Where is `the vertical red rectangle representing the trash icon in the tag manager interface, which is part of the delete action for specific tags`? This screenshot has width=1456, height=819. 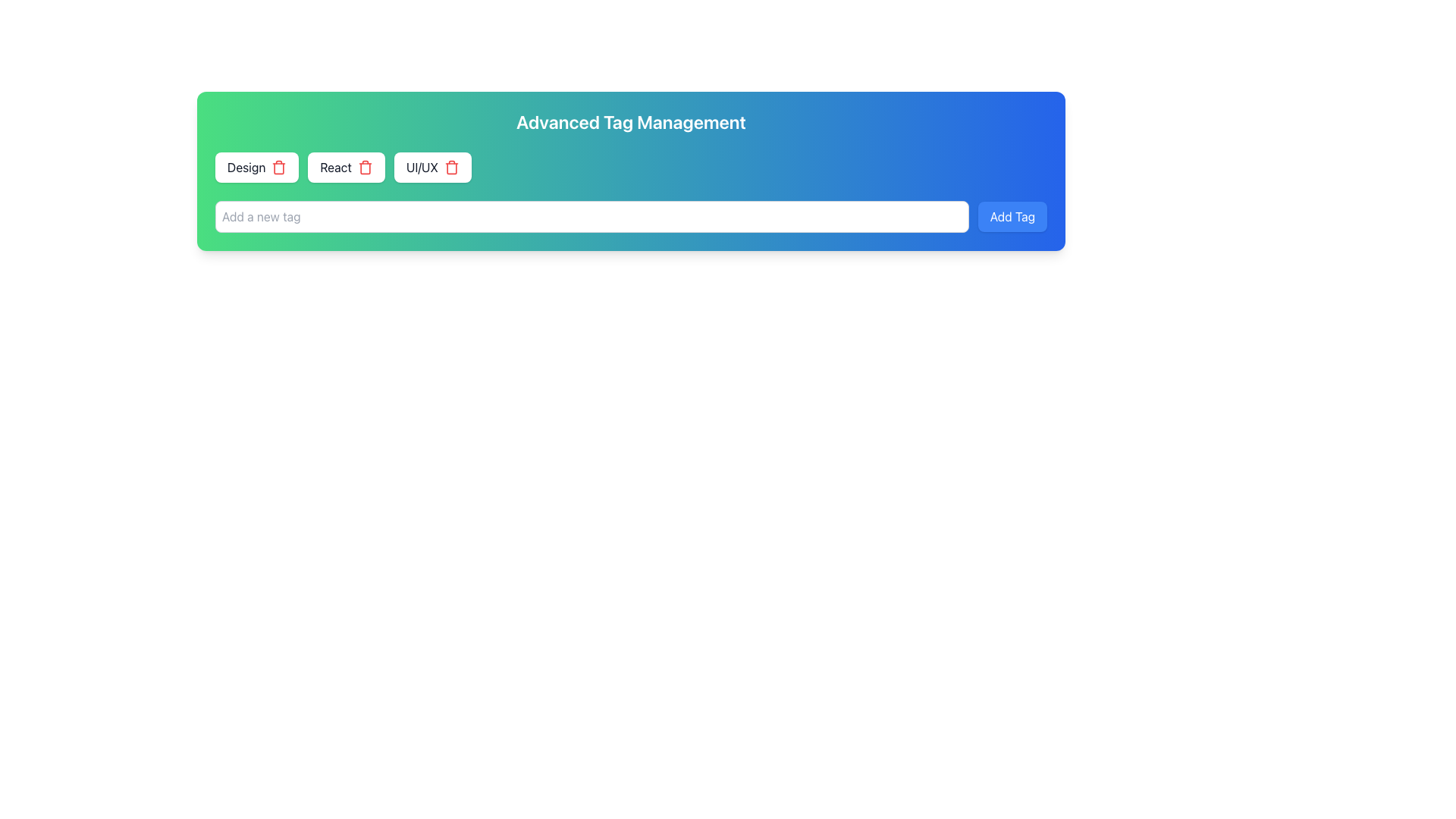
the vertical red rectangle representing the trash icon in the tag manager interface, which is part of the delete action for specific tags is located at coordinates (365, 168).